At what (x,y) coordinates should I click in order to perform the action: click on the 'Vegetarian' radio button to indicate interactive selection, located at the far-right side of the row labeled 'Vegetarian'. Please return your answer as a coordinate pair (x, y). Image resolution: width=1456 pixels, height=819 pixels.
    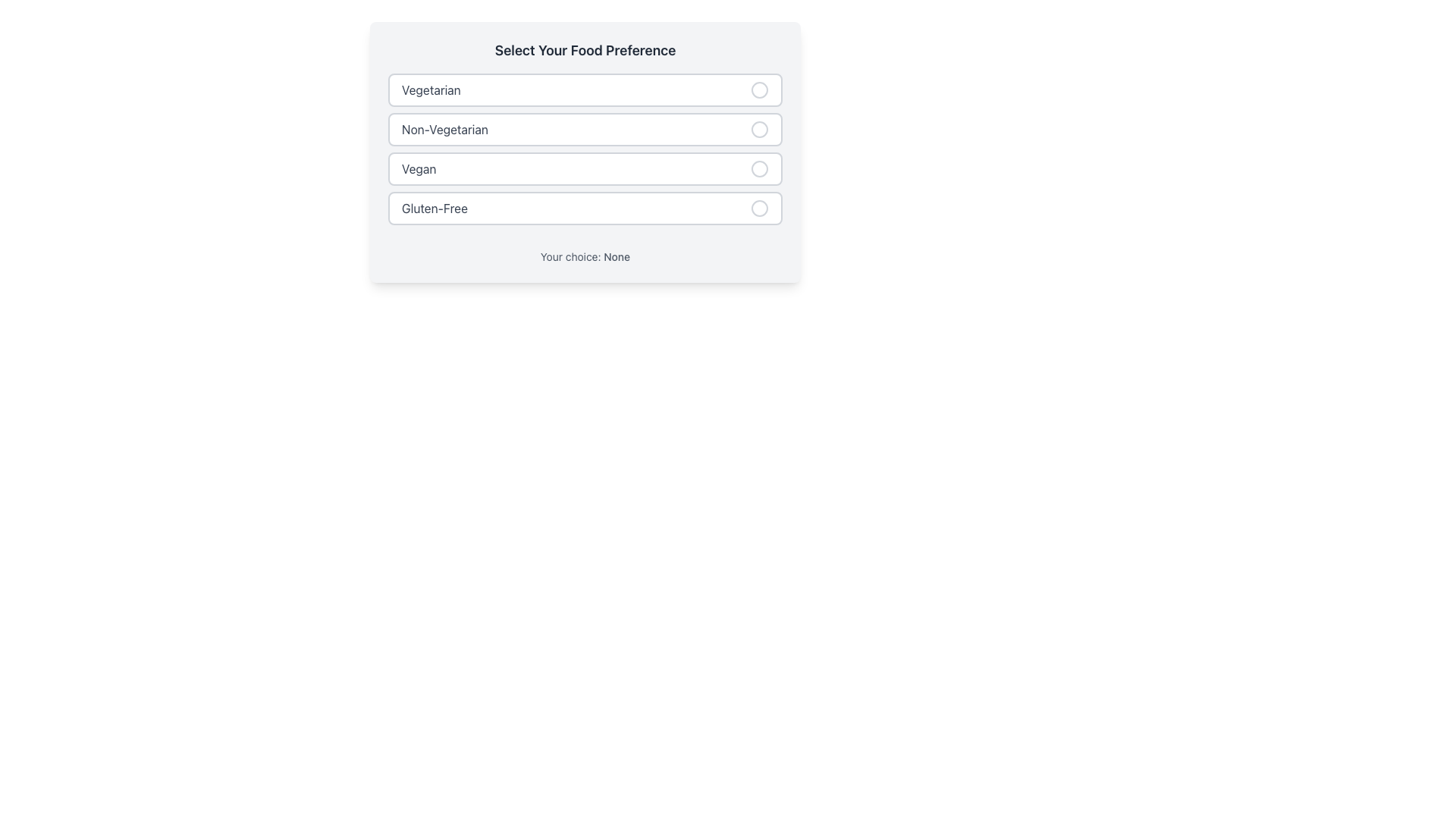
    Looking at the image, I should click on (760, 90).